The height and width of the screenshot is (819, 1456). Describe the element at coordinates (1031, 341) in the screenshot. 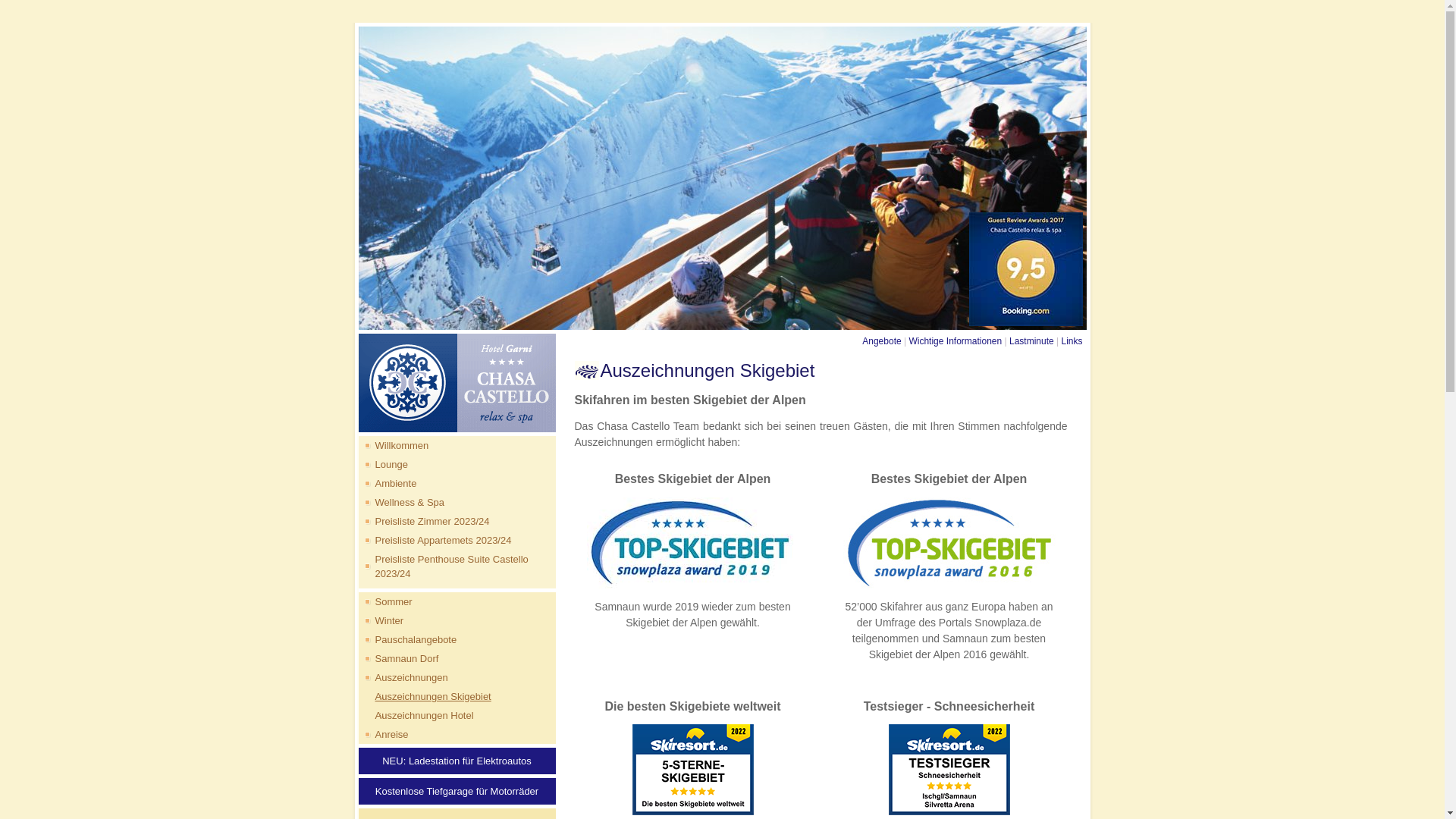

I see `'Lastminute'` at that location.